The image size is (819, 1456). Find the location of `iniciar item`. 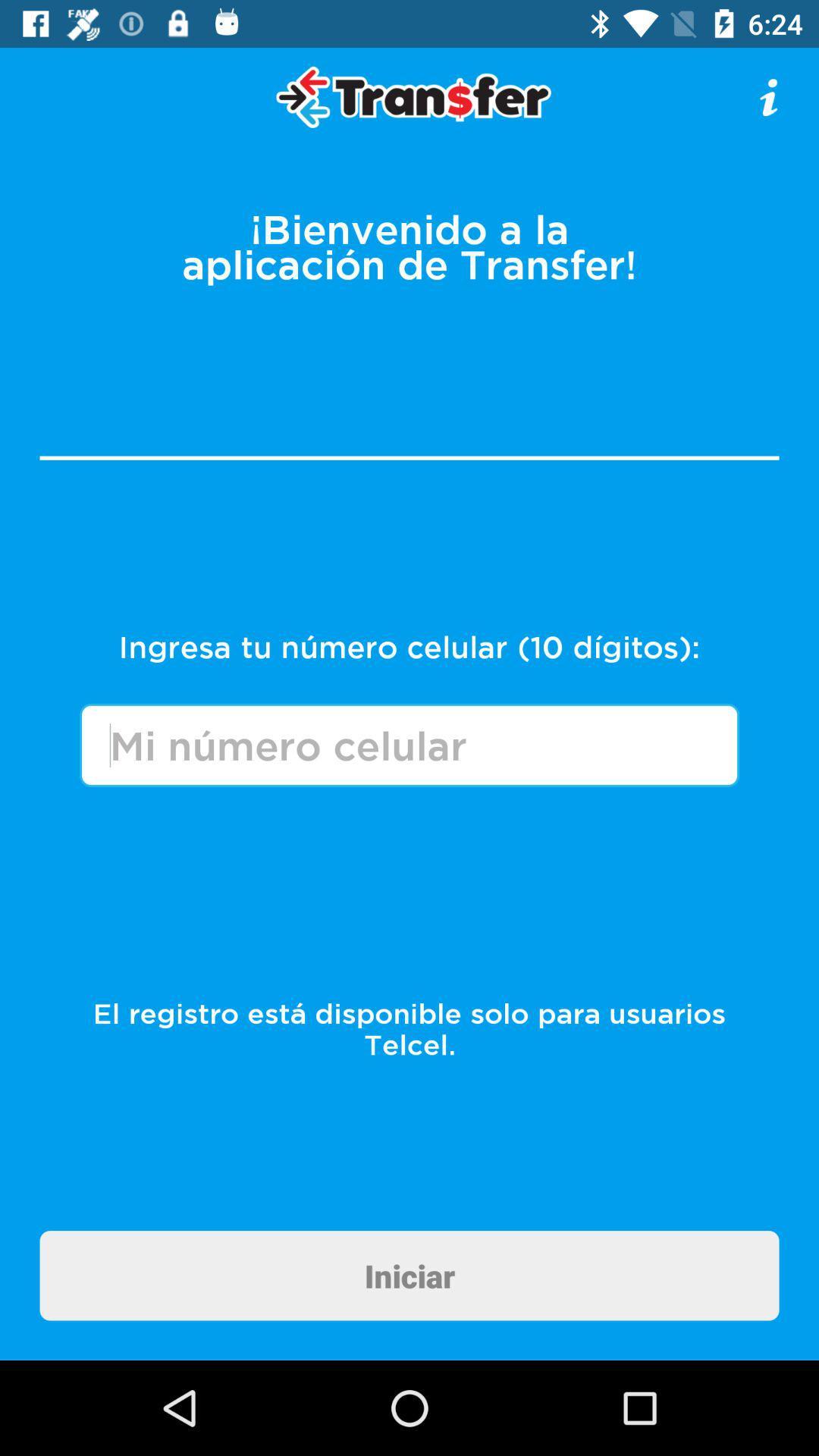

iniciar item is located at coordinates (409, 1275).